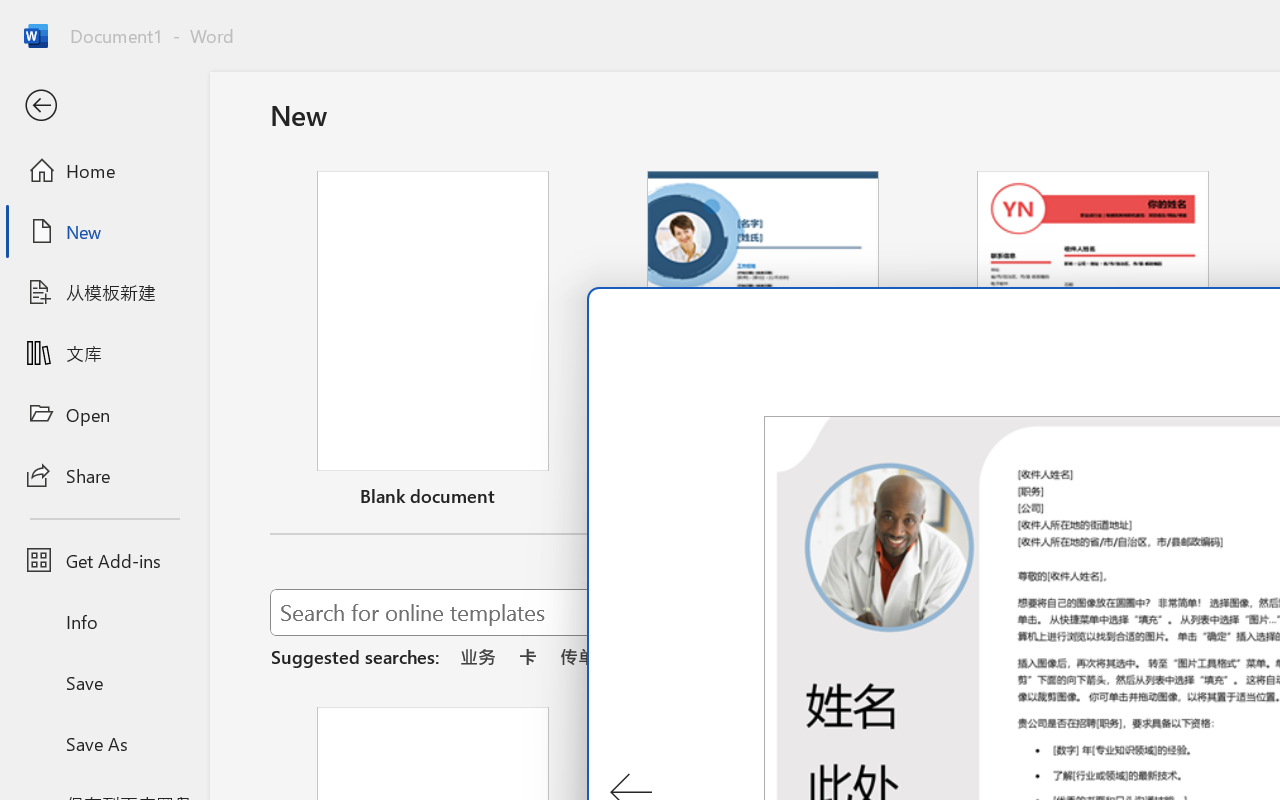 Image resolution: width=1280 pixels, height=800 pixels. What do you see at coordinates (103, 231) in the screenshot?
I see `'New'` at bounding box center [103, 231].